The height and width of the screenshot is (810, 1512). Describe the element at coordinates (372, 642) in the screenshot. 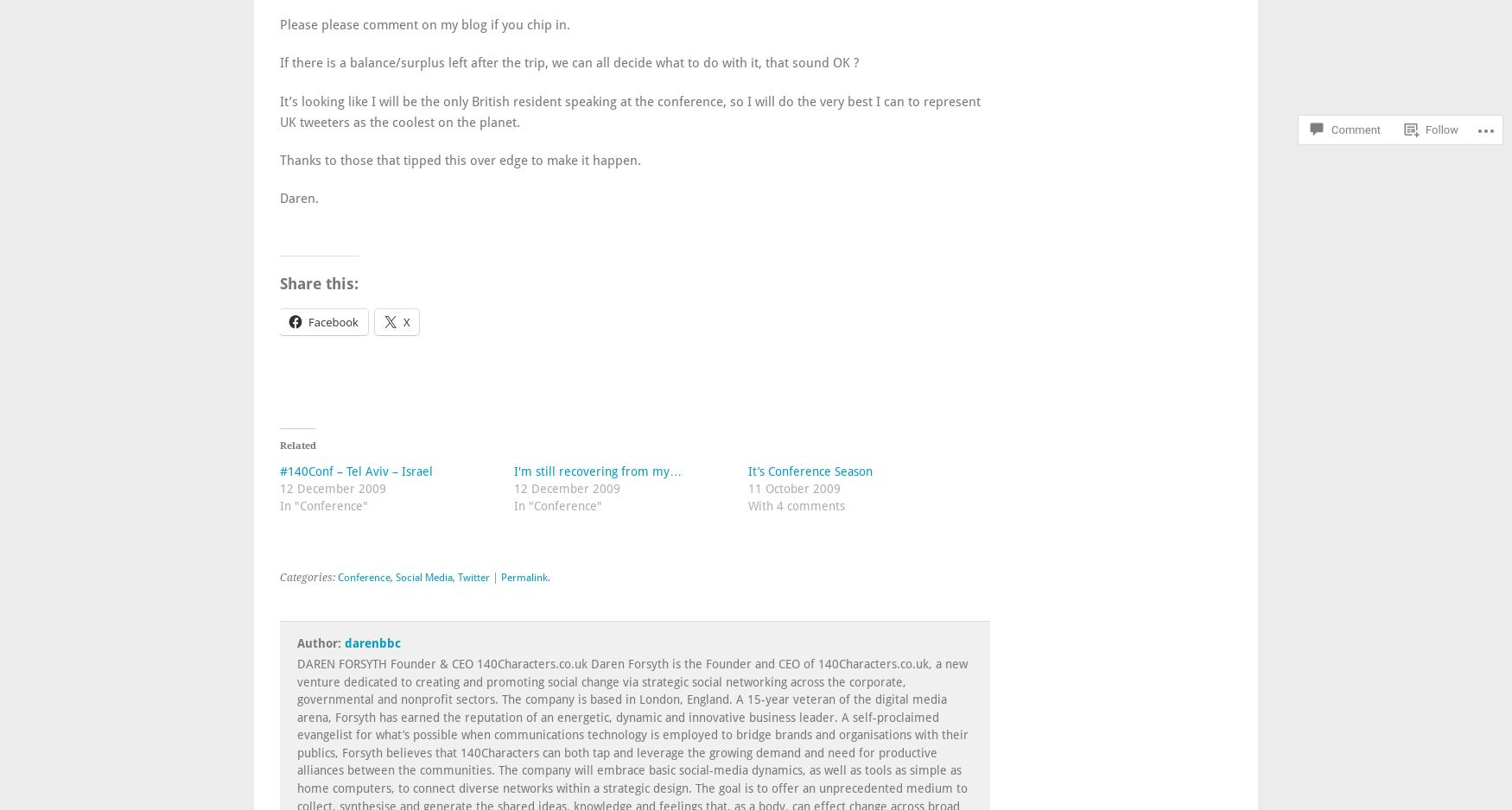

I see `'darenbbc'` at that location.